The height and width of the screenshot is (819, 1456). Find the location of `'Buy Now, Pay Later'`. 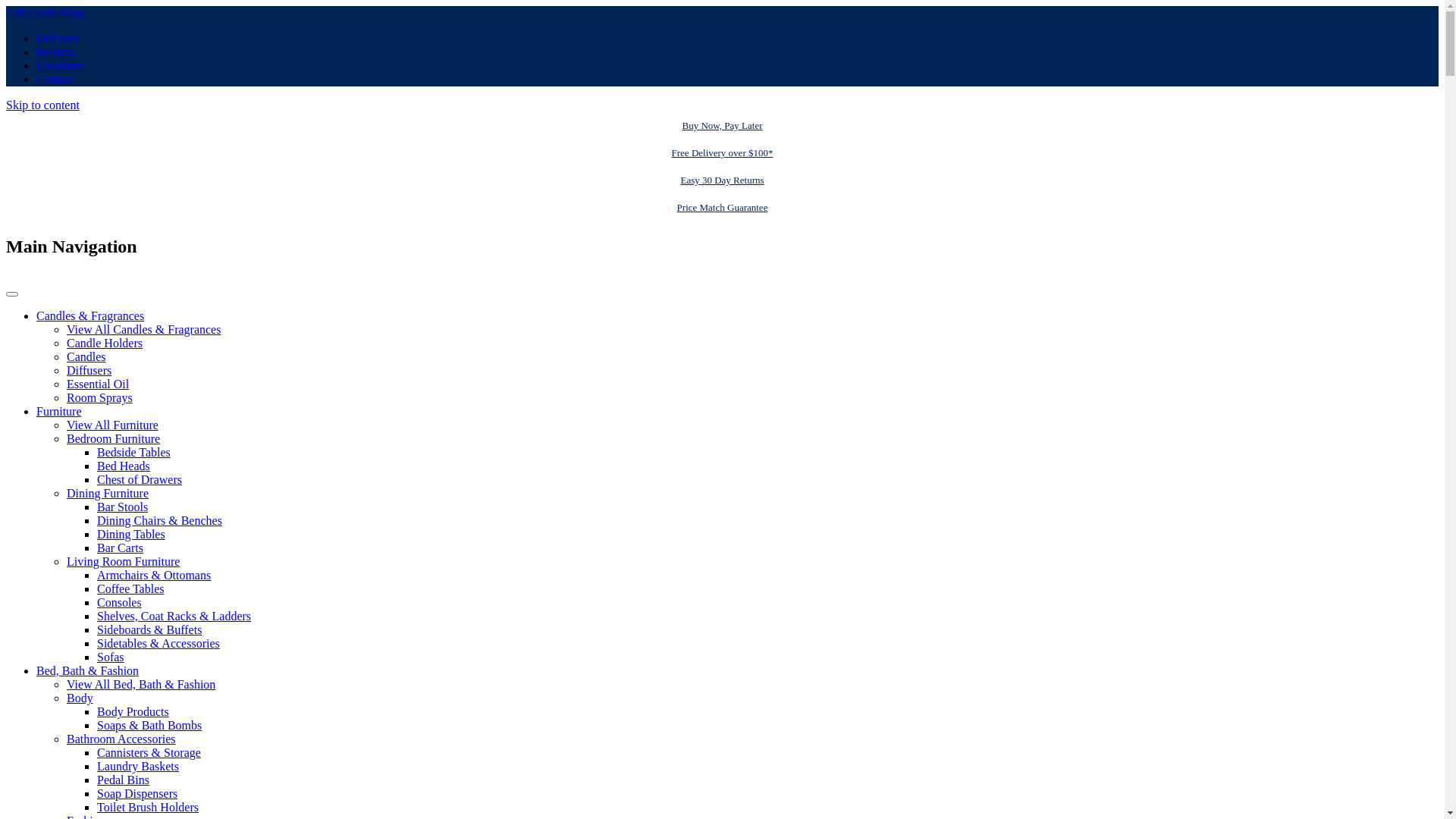

'Buy Now, Pay Later' is located at coordinates (721, 124).